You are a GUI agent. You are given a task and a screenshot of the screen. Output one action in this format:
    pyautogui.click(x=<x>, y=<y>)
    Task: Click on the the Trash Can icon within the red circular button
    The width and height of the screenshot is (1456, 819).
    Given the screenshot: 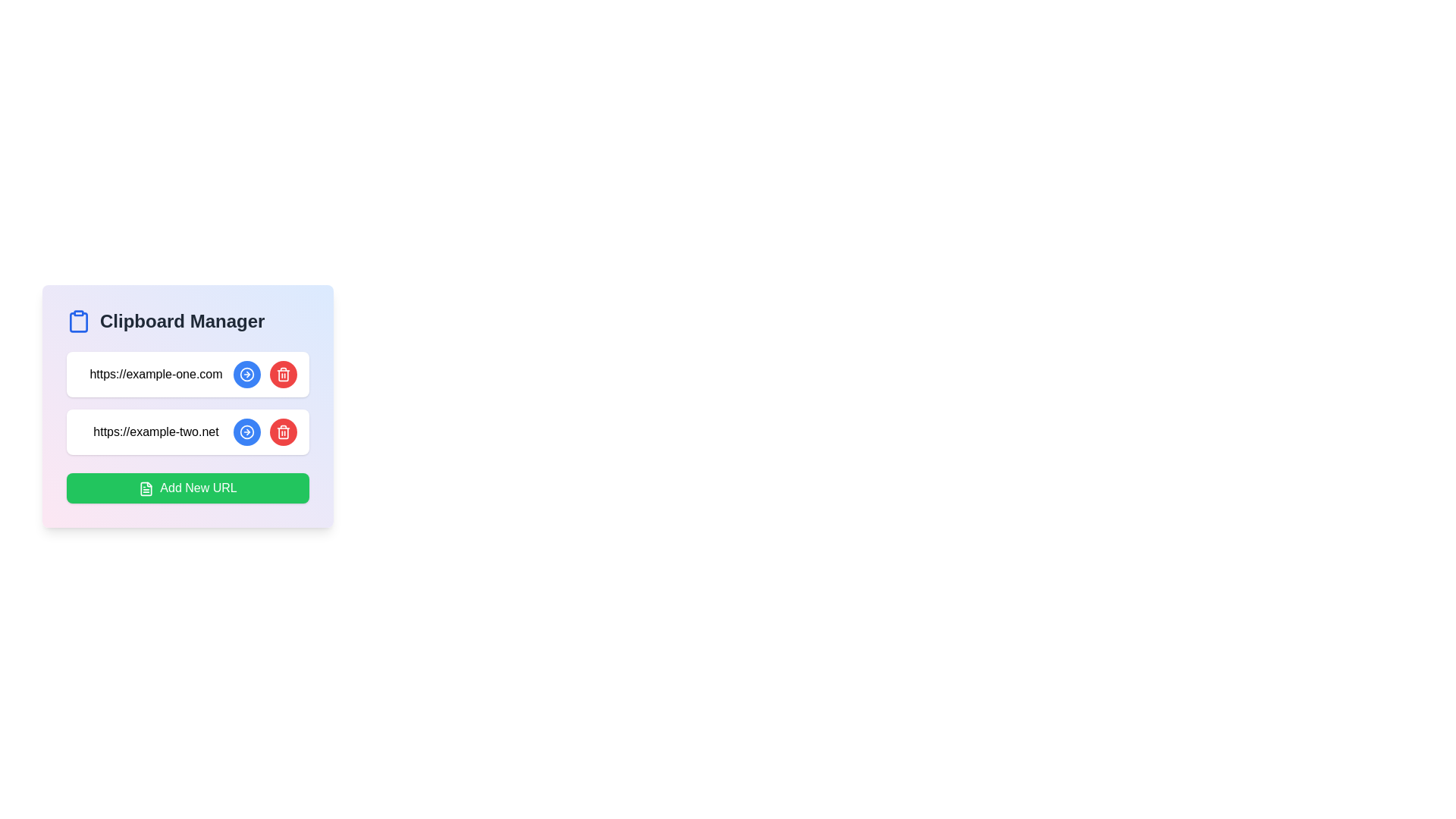 What is the action you would take?
    pyautogui.click(x=284, y=432)
    